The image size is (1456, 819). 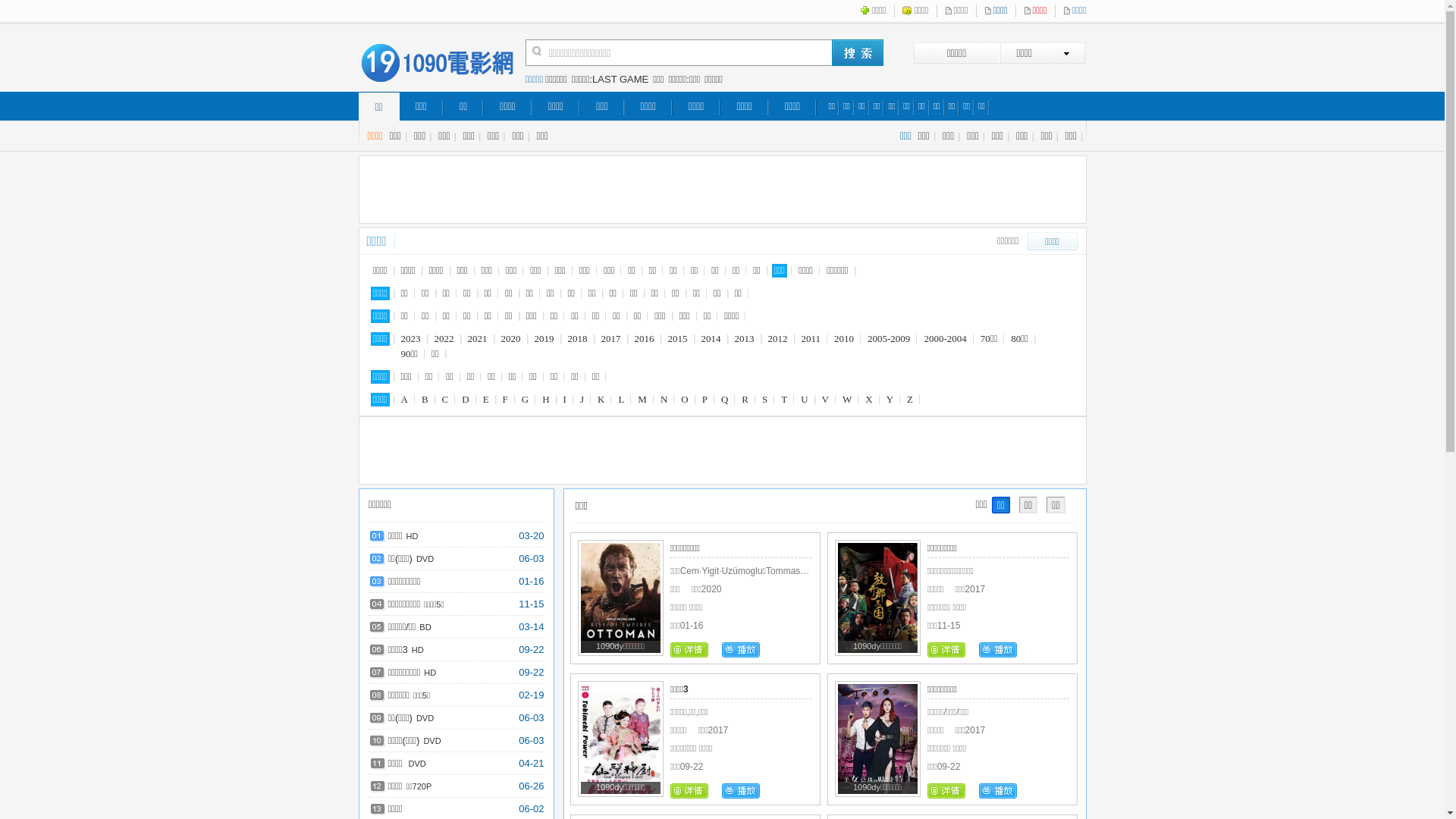 What do you see at coordinates (843, 338) in the screenshot?
I see `'2010'` at bounding box center [843, 338].